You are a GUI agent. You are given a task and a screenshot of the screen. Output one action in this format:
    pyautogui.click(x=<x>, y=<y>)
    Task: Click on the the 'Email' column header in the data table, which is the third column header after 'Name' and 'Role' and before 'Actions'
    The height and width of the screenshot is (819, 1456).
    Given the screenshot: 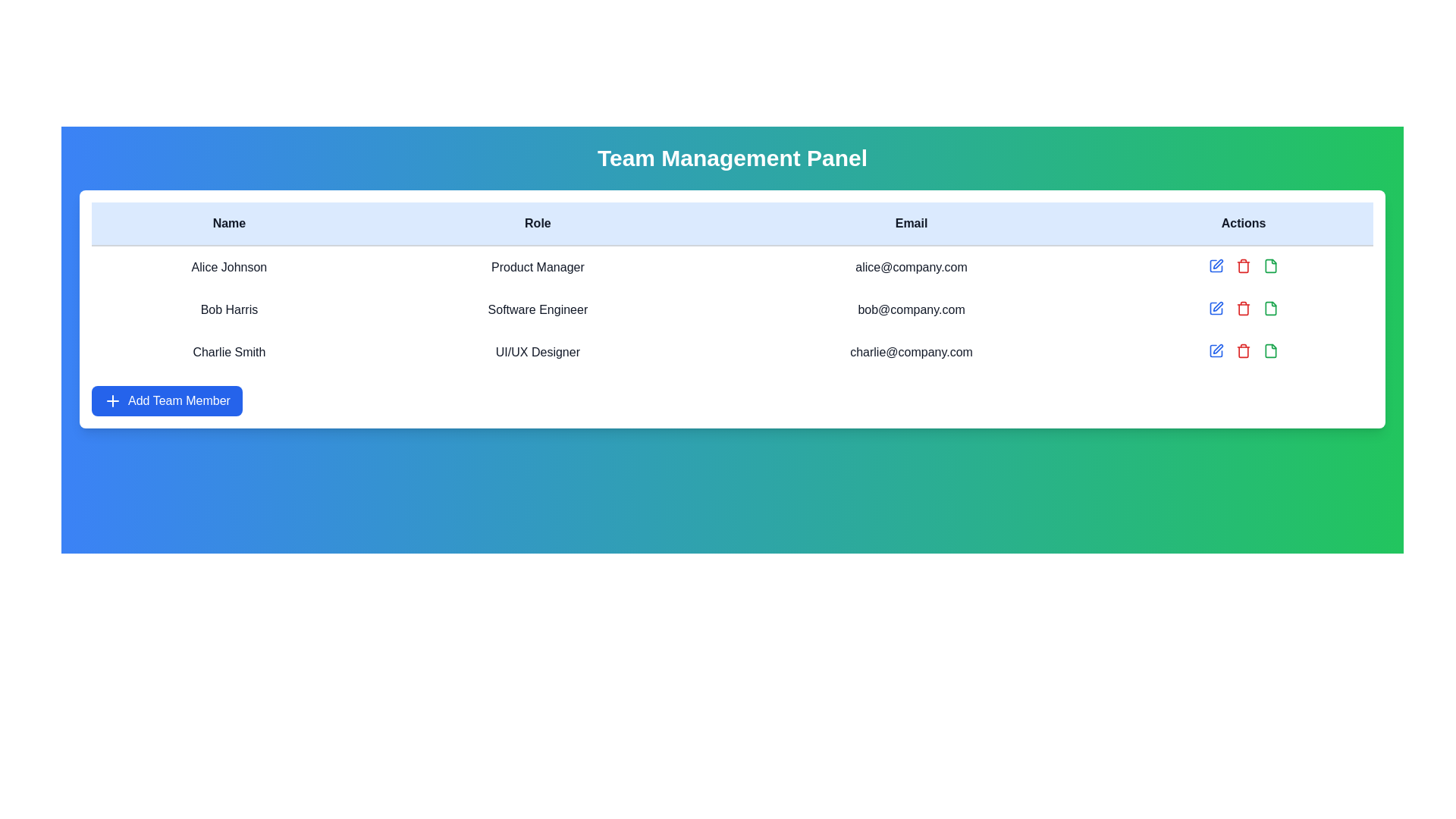 What is the action you would take?
    pyautogui.click(x=911, y=224)
    